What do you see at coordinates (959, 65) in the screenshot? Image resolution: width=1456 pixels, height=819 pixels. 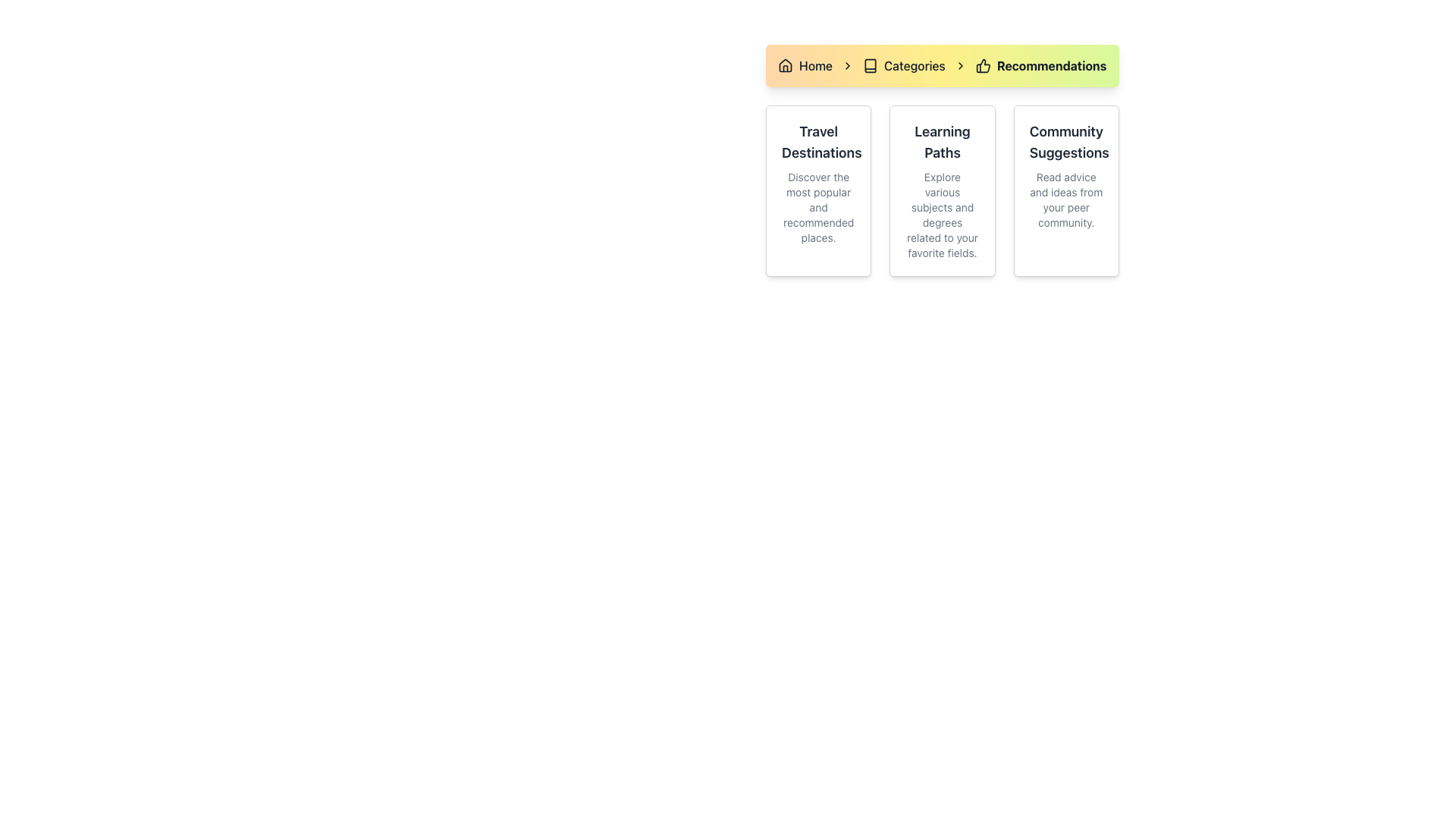 I see `the third chevron icon in the breadcrumb navigation that indicates the relationship between 'Categories' and 'Recommendations'` at bounding box center [959, 65].